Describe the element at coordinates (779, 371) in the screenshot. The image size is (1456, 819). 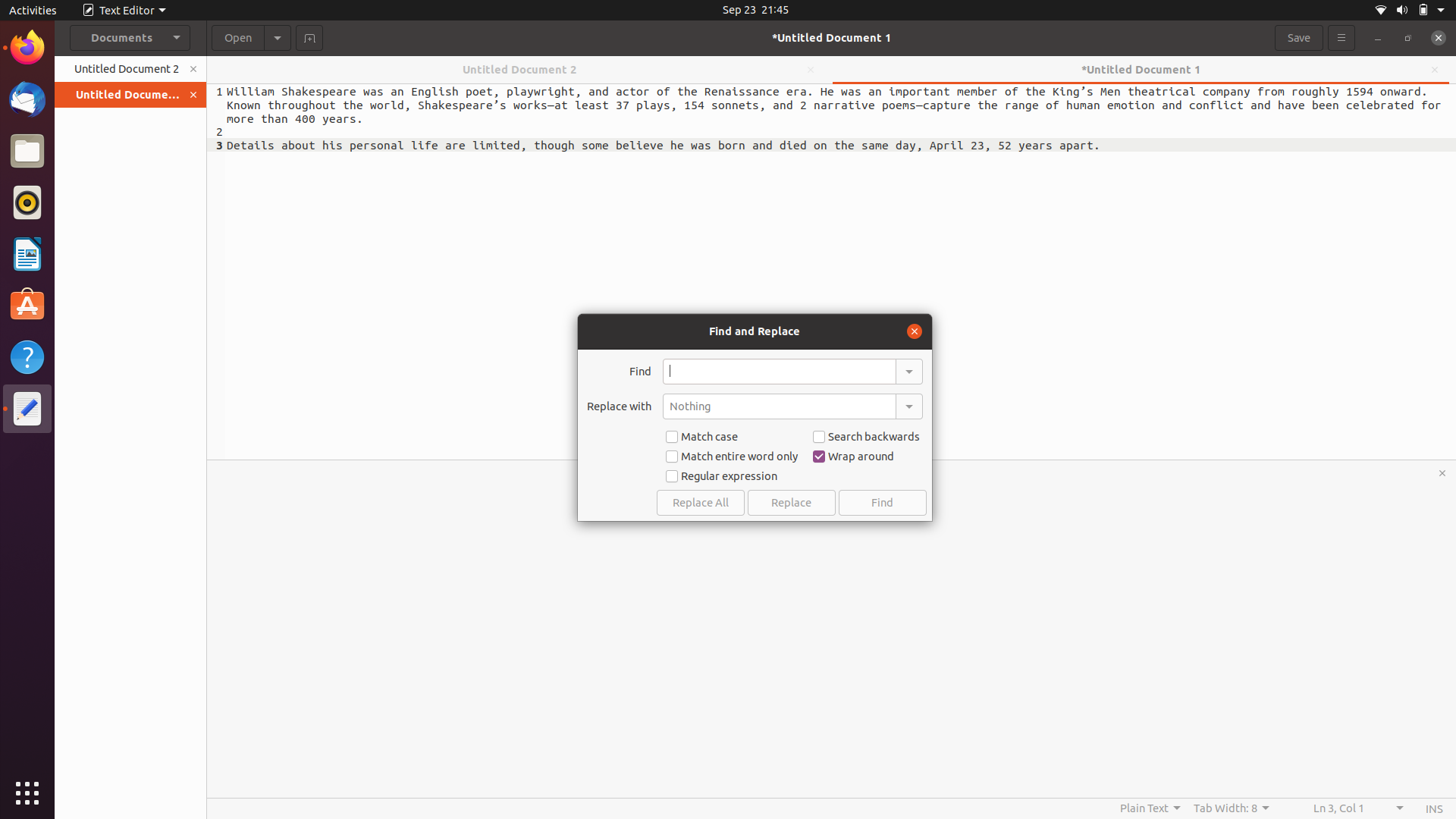
I see `Replace the word "happy" with "joyful" in the document` at that location.